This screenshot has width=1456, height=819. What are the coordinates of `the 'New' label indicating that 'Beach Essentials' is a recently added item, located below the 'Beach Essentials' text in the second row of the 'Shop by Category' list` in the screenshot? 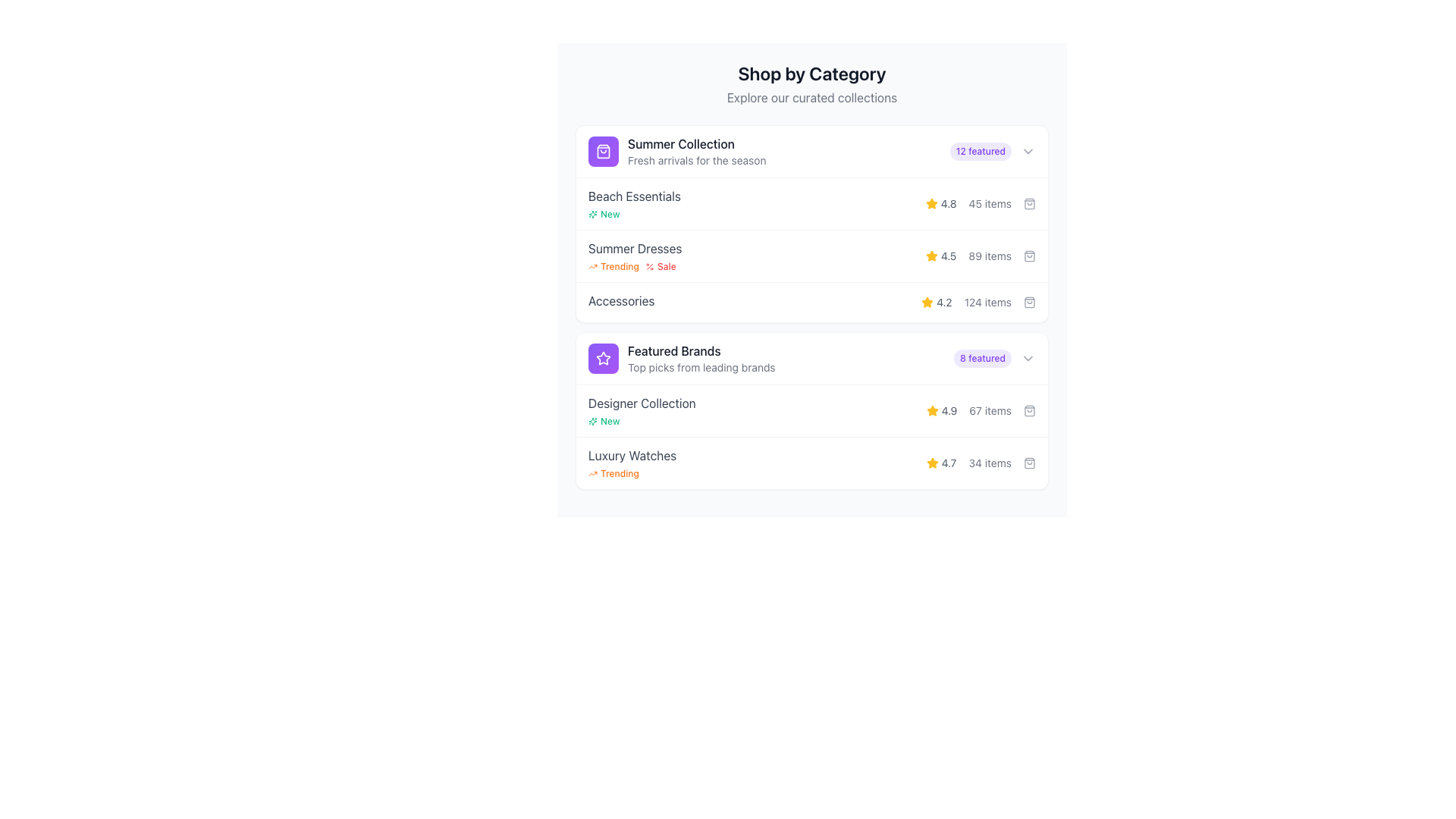 It's located at (603, 214).